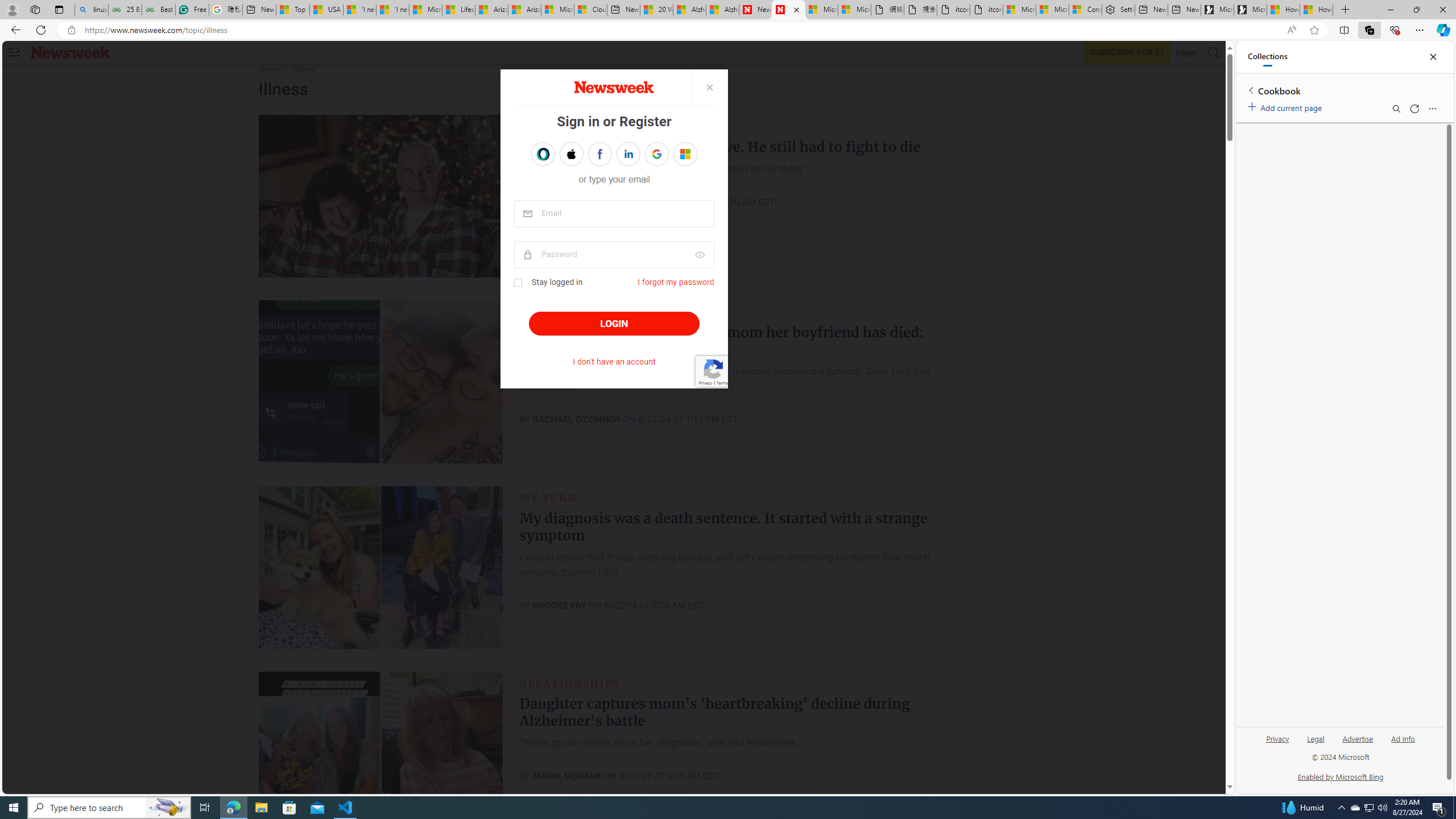 The image size is (1456, 819). What do you see at coordinates (458, 9) in the screenshot?
I see `'Lifestyle - MSN'` at bounding box center [458, 9].